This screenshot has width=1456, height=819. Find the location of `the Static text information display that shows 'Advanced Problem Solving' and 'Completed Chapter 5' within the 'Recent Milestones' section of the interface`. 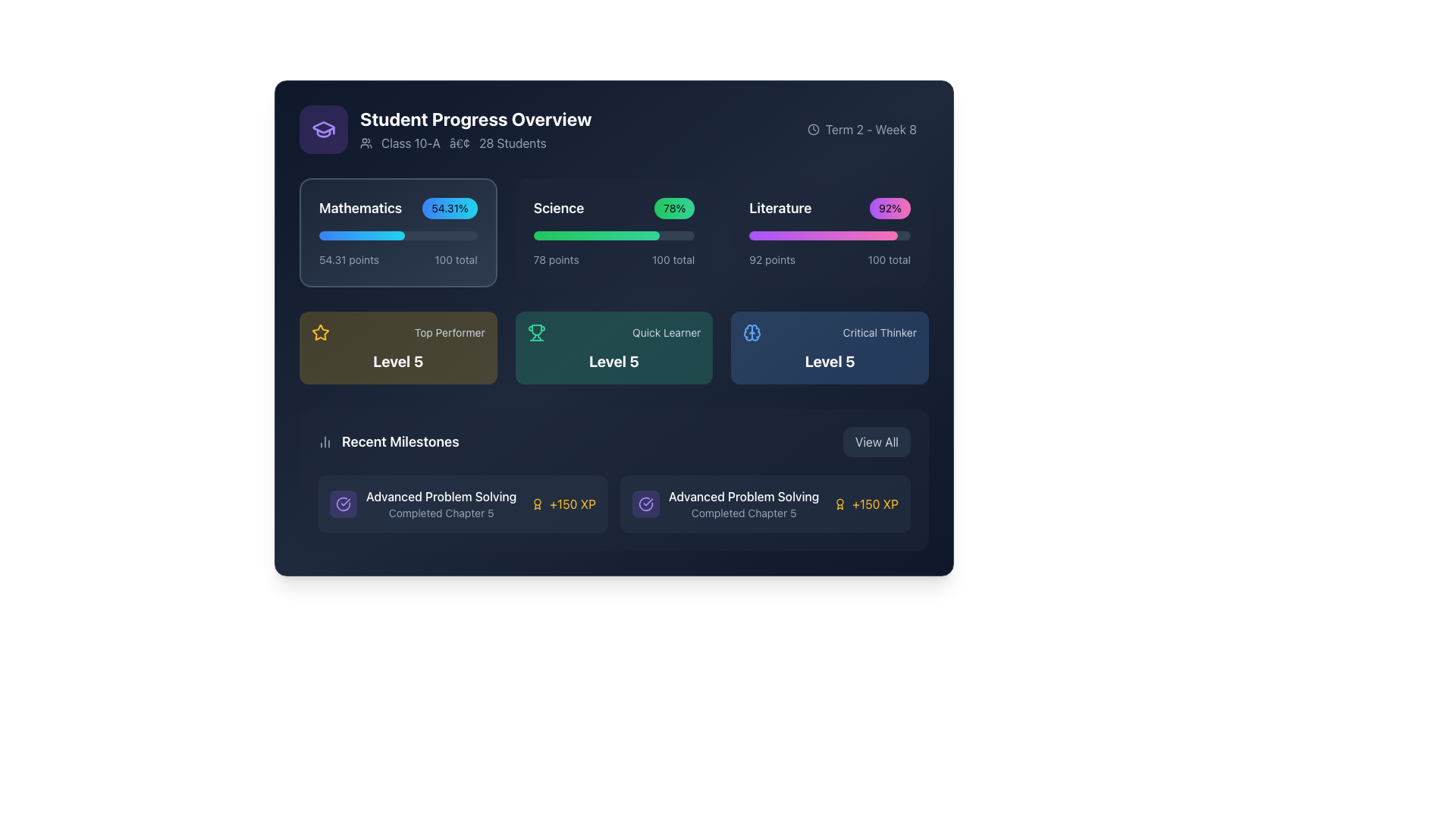

the Static text information display that shows 'Advanced Problem Solving' and 'Completed Chapter 5' within the 'Recent Milestones' section of the interface is located at coordinates (744, 504).